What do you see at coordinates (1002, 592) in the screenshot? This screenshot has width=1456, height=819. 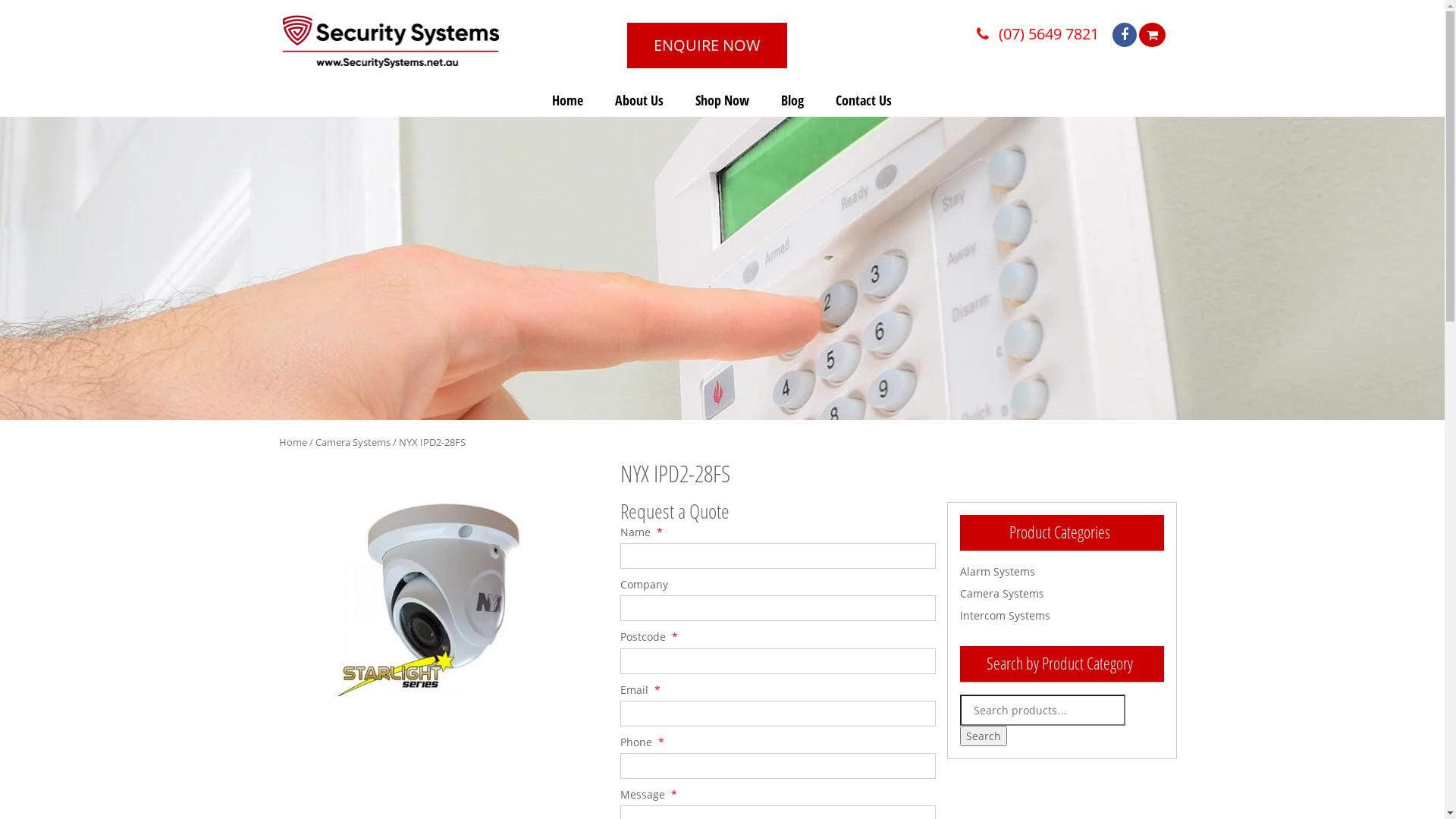 I see `'Camera Systems'` at bounding box center [1002, 592].